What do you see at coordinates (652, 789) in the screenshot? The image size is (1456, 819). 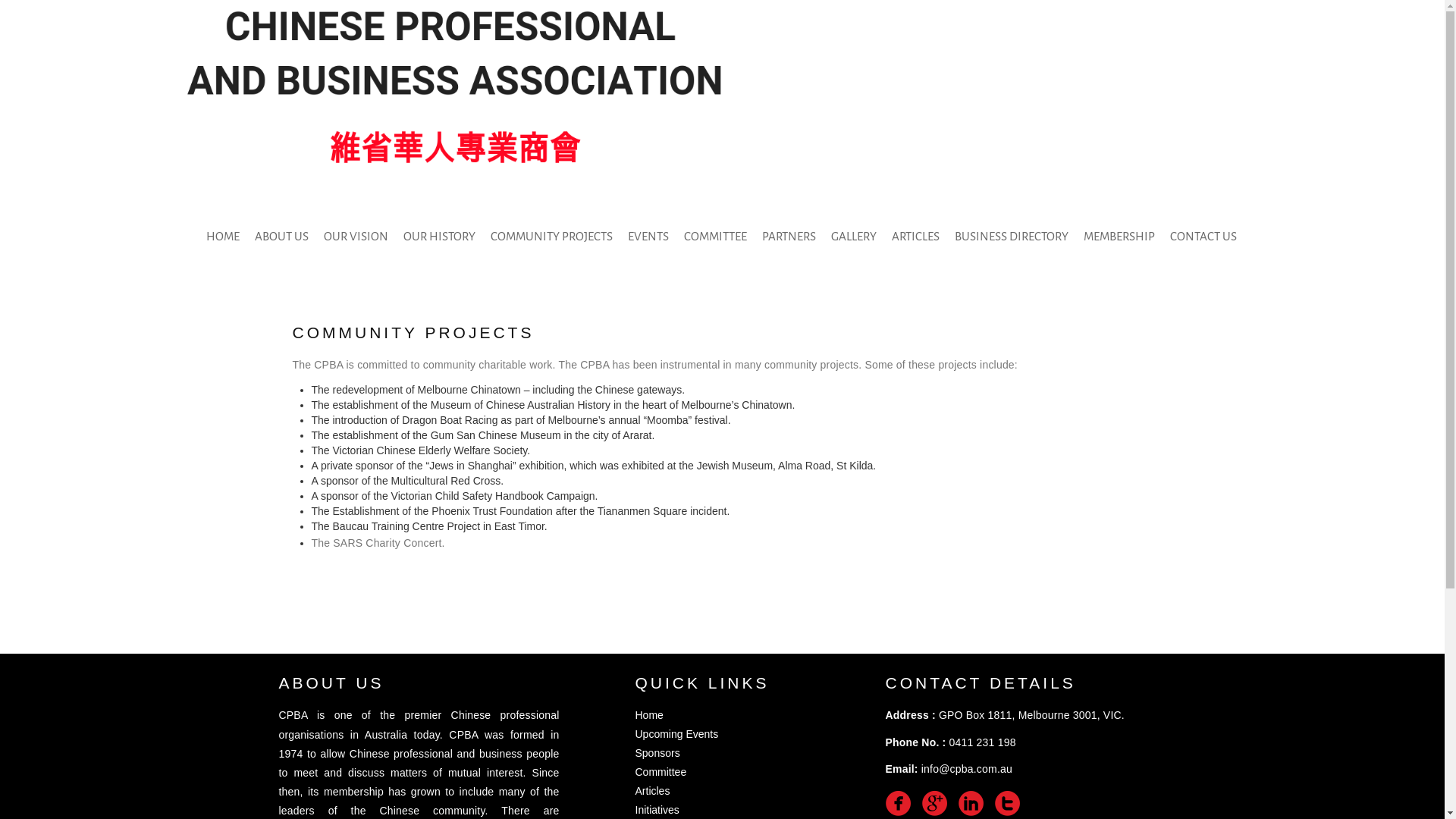 I see `'Articles'` at bounding box center [652, 789].